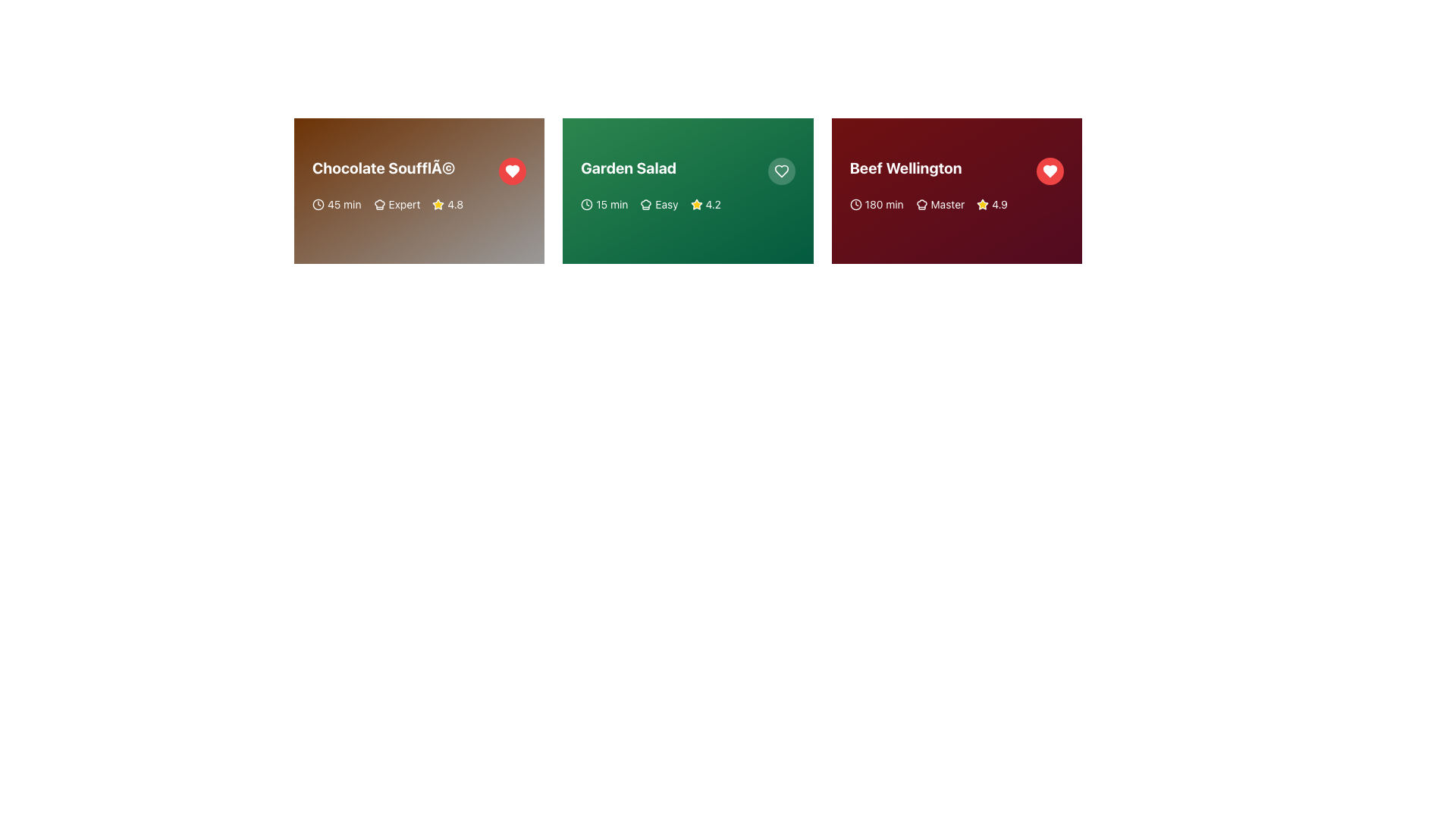 Image resolution: width=1456 pixels, height=819 pixels. Describe the element at coordinates (454, 205) in the screenshot. I see `text label displaying the numeric value '4.8' next to the yellow star icon in the 'Chocolate Soufflé' card` at that location.